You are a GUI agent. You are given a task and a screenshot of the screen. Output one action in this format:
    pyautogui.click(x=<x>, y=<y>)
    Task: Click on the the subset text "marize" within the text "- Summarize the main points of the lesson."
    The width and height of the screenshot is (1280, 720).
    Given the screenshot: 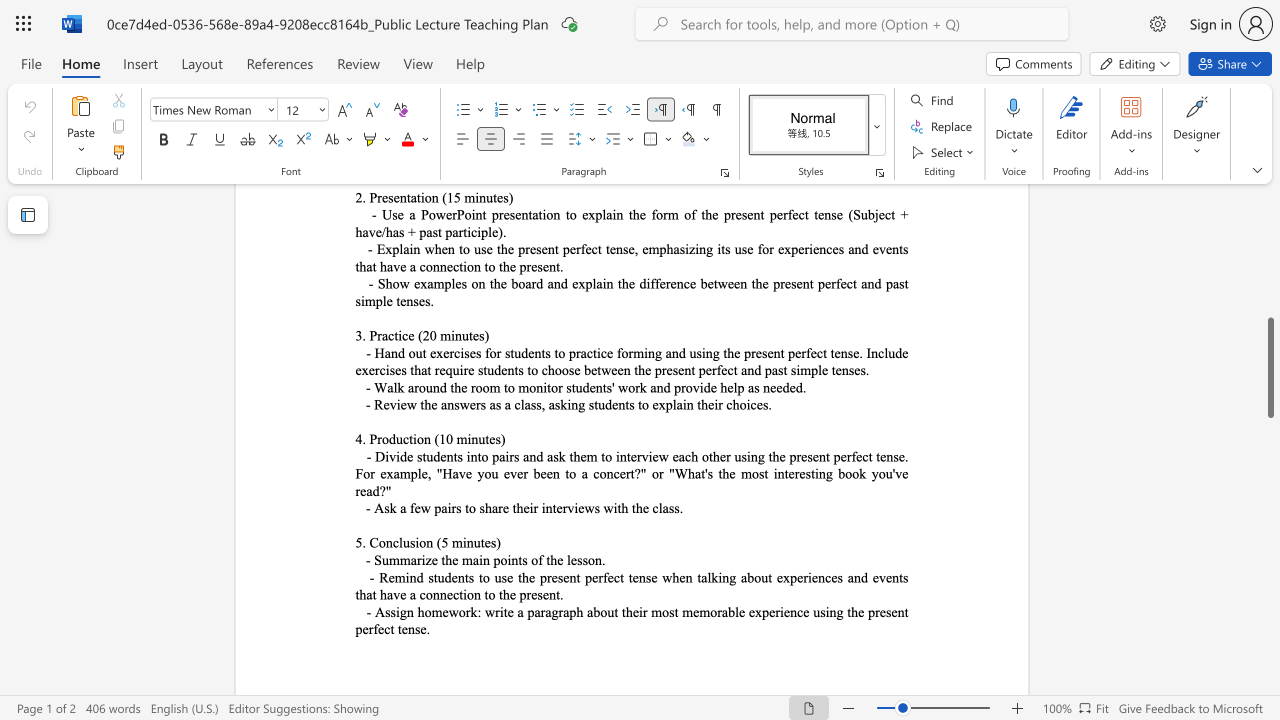 What is the action you would take?
    pyautogui.click(x=399, y=560)
    